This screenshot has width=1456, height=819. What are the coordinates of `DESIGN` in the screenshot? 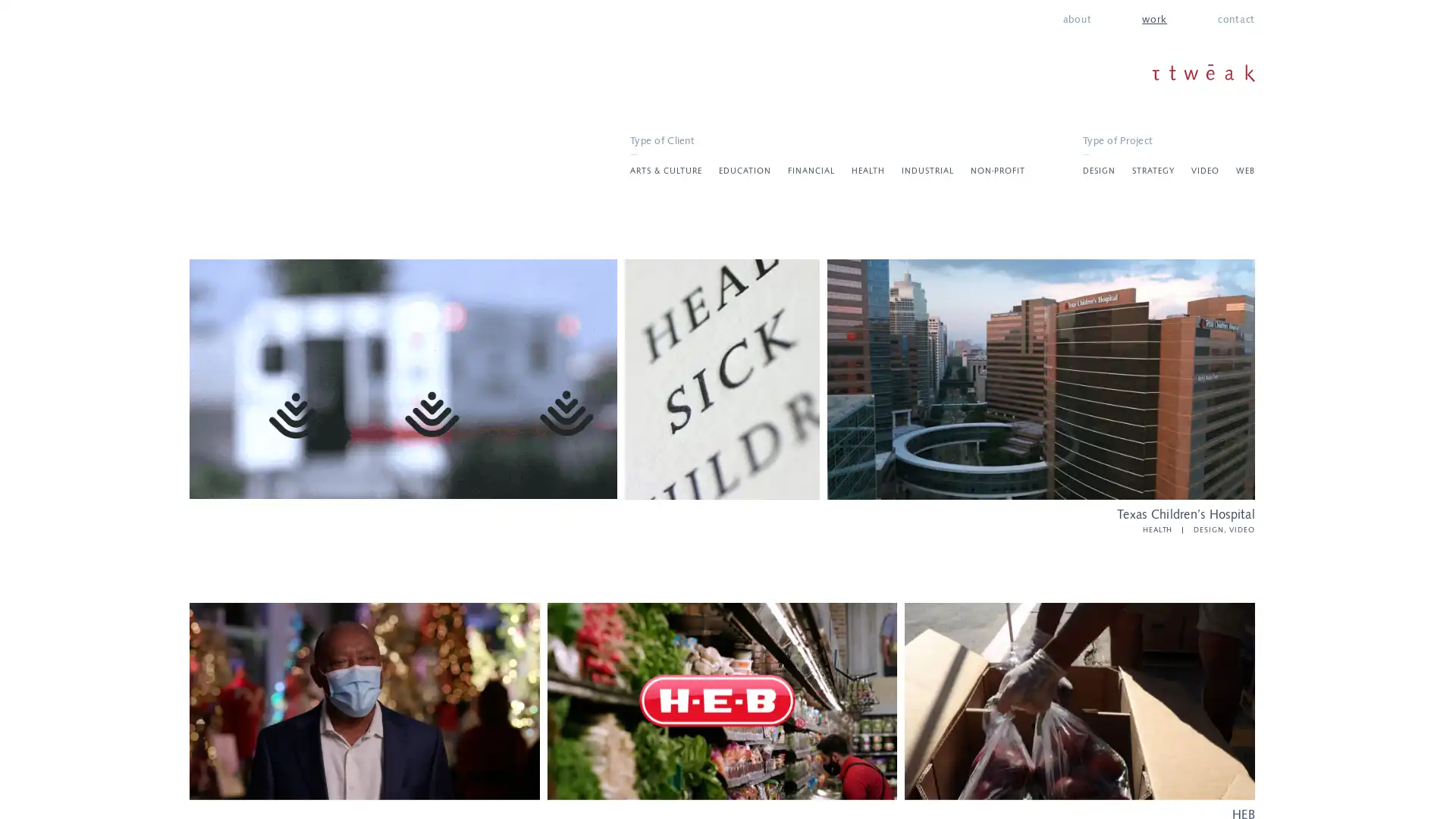 It's located at (1099, 171).